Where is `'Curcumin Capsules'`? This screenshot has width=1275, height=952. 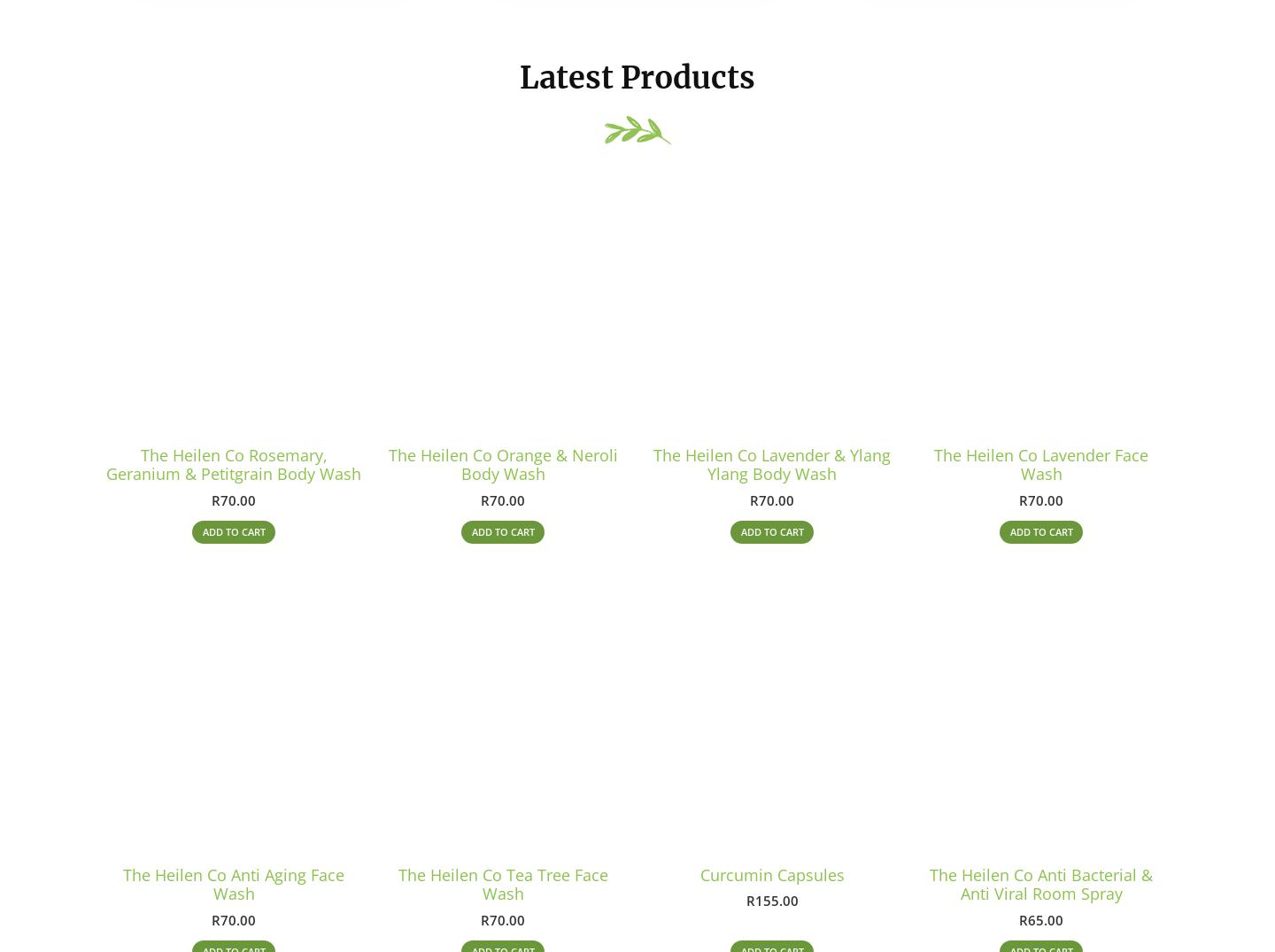 'Curcumin Capsules' is located at coordinates (770, 883).